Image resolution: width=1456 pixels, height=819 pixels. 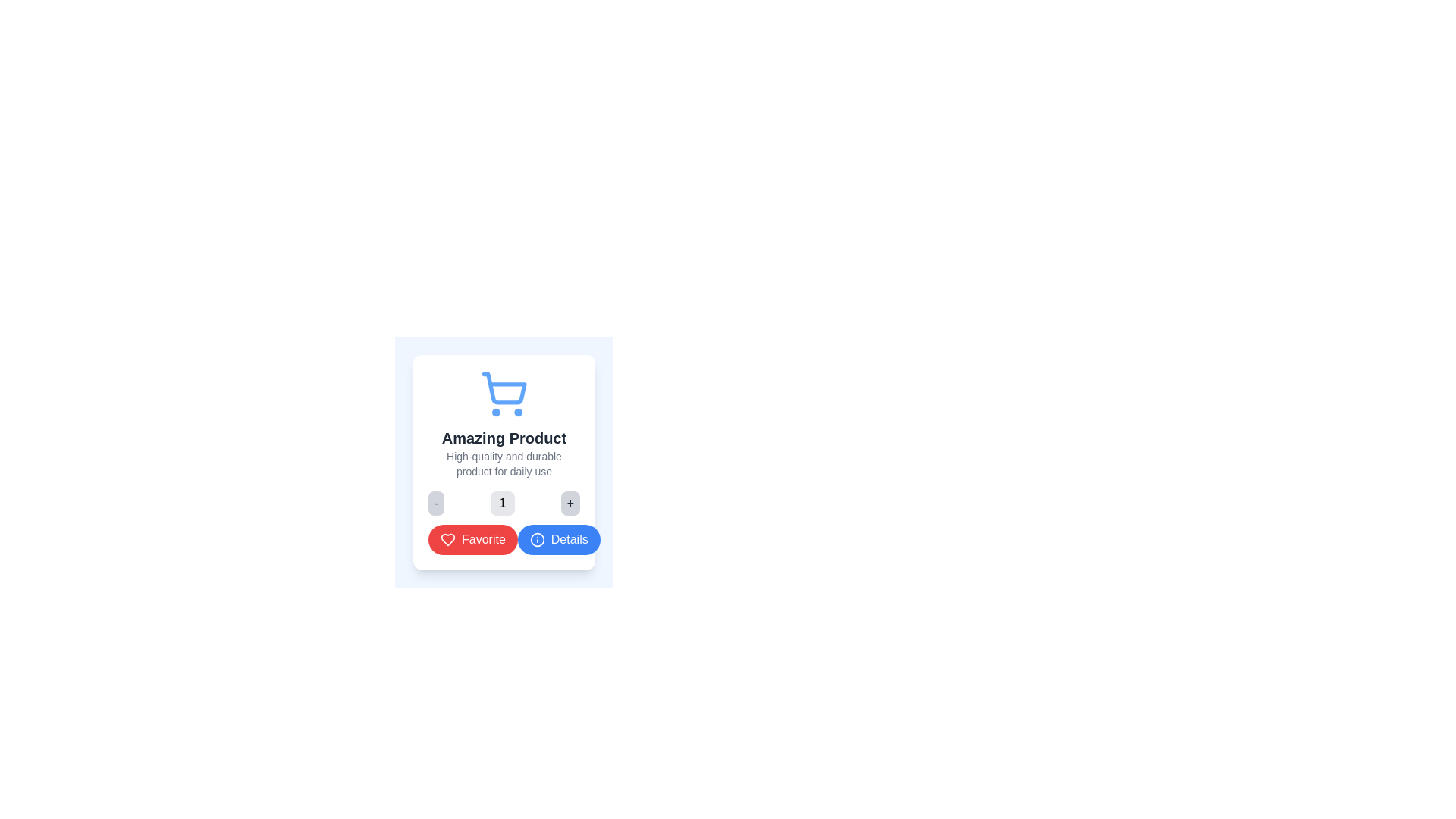 What do you see at coordinates (447, 539) in the screenshot?
I see `the red heart-shaped icon button, which represents the 'favorite' or 'like' action, to favorite the product` at bounding box center [447, 539].